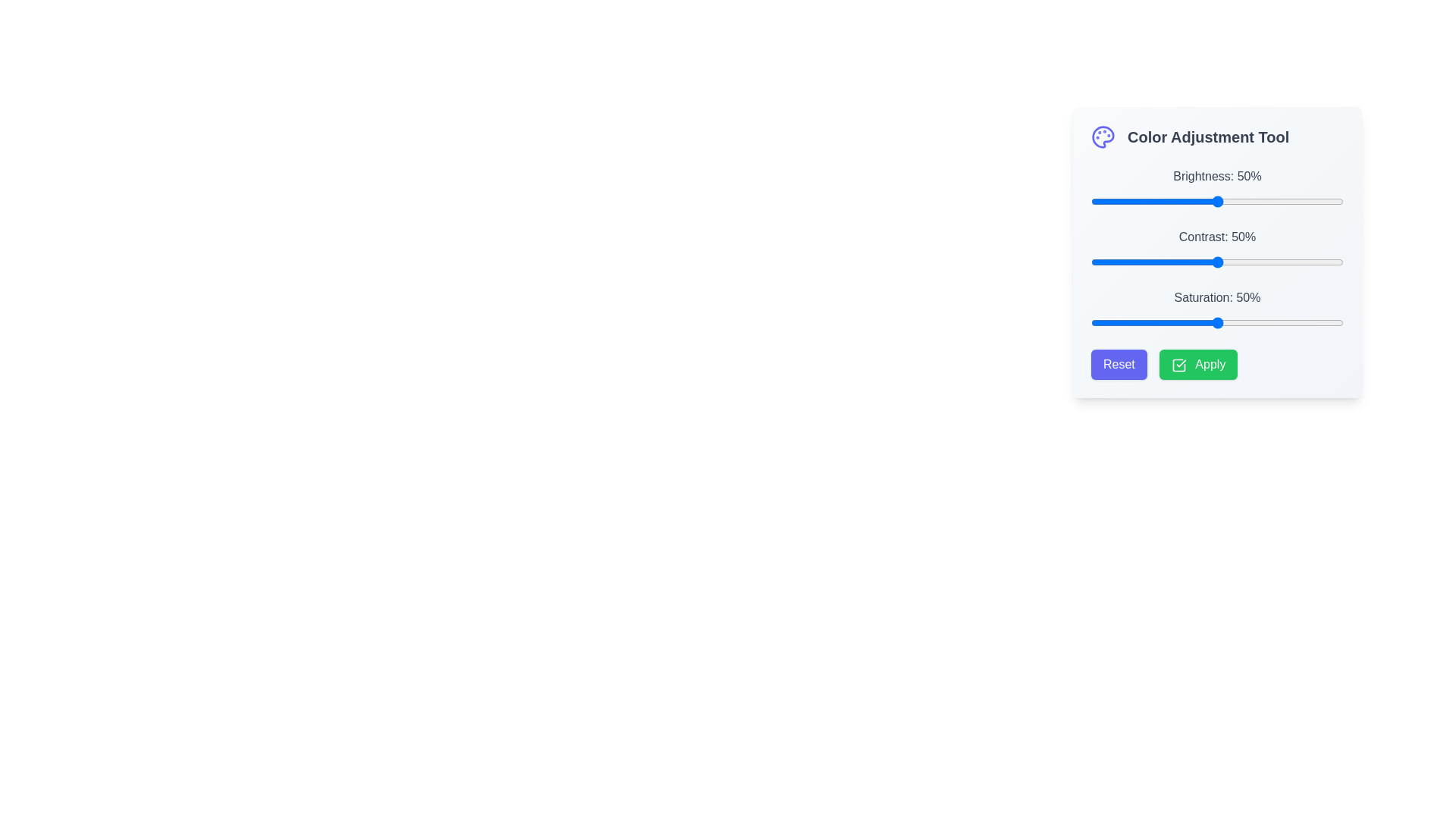  What do you see at coordinates (1191, 322) in the screenshot?
I see `saturation` at bounding box center [1191, 322].